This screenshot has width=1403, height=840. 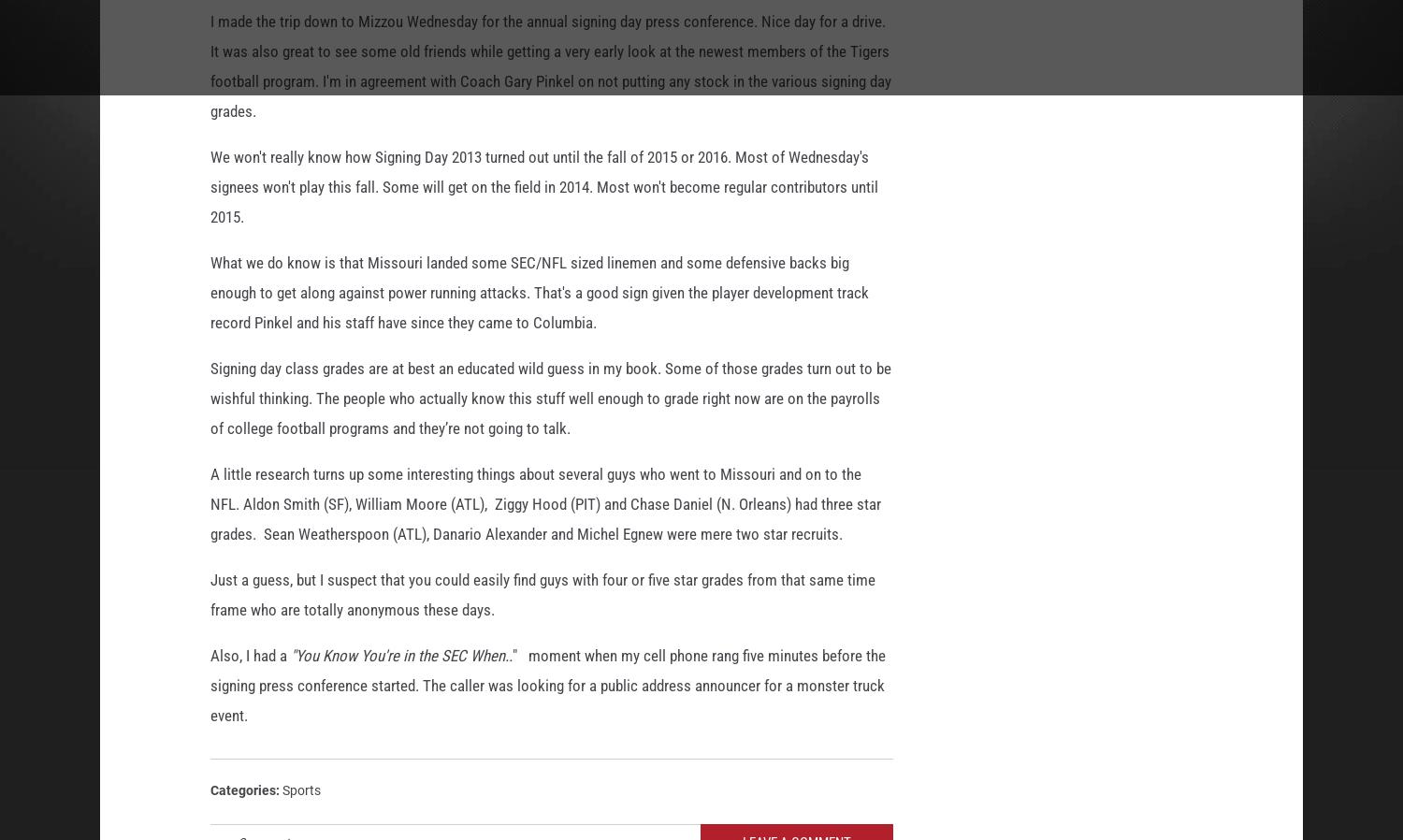 I want to click on 'Also, I had a', so click(x=248, y=659).